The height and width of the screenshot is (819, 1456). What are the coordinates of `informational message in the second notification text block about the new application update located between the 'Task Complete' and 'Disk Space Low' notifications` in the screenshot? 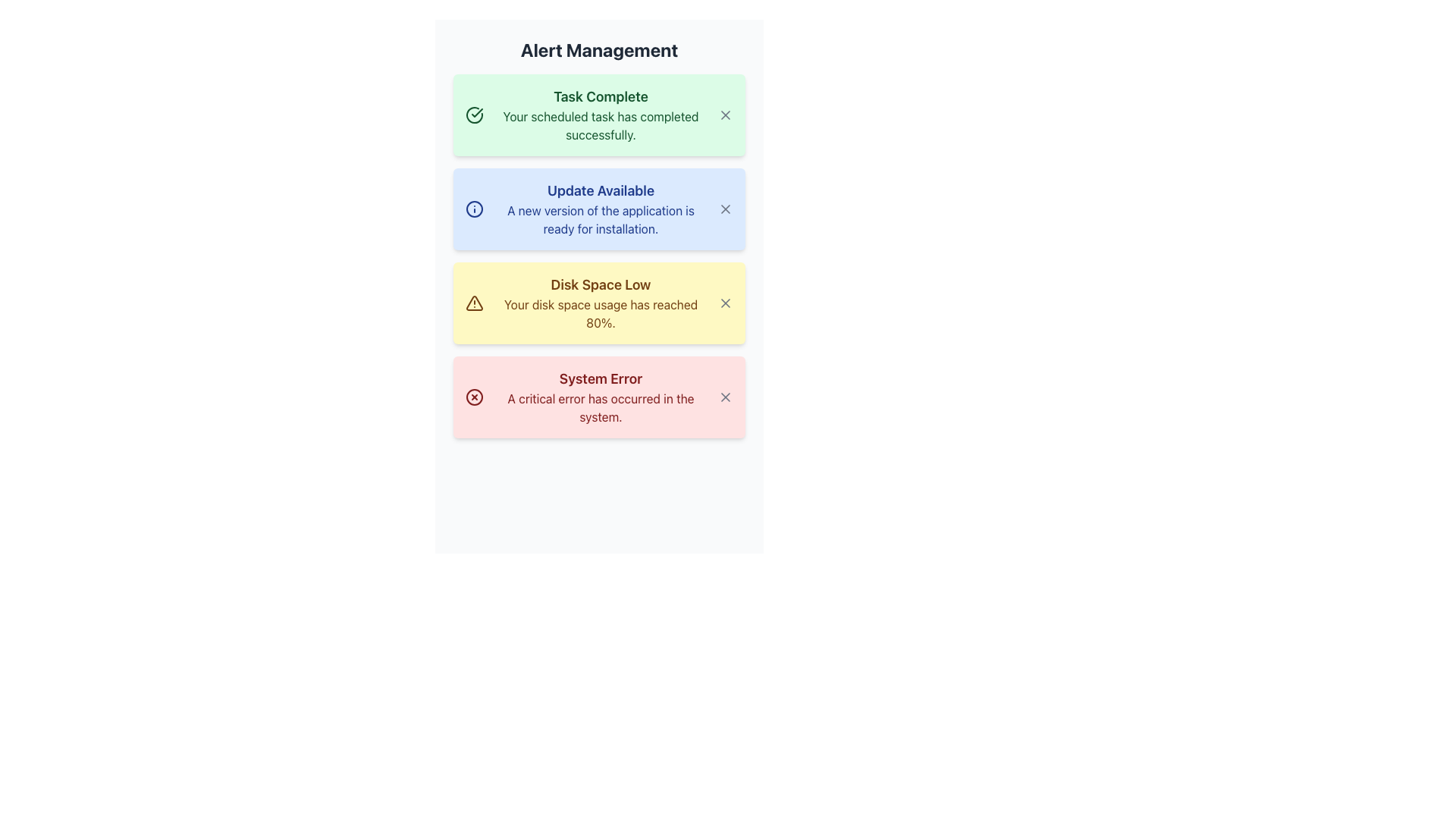 It's located at (600, 209).